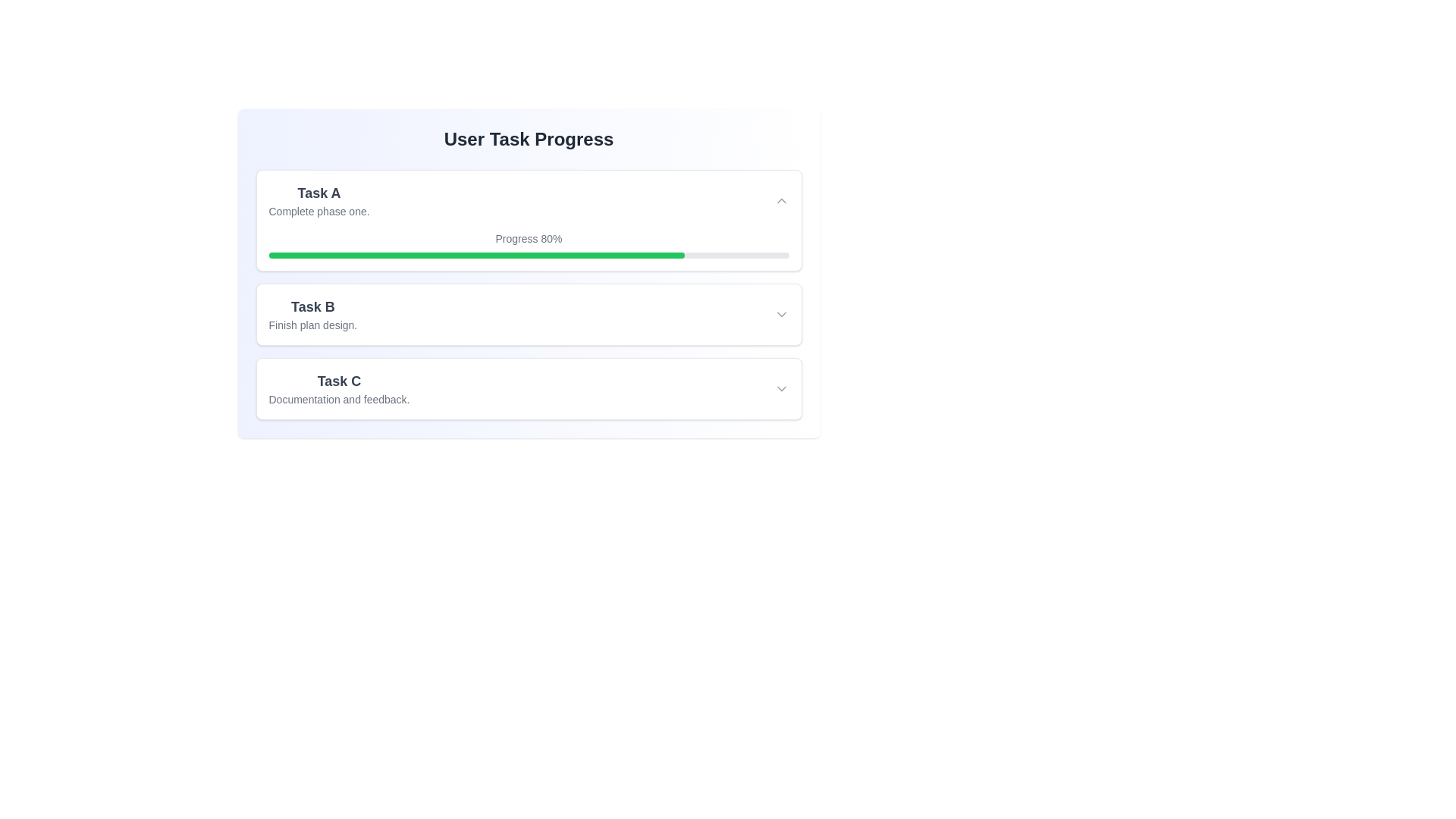  Describe the element at coordinates (781, 314) in the screenshot. I see `the dropdown toggle button located at the far-right side of the task card labeled 'Task B'` at that location.